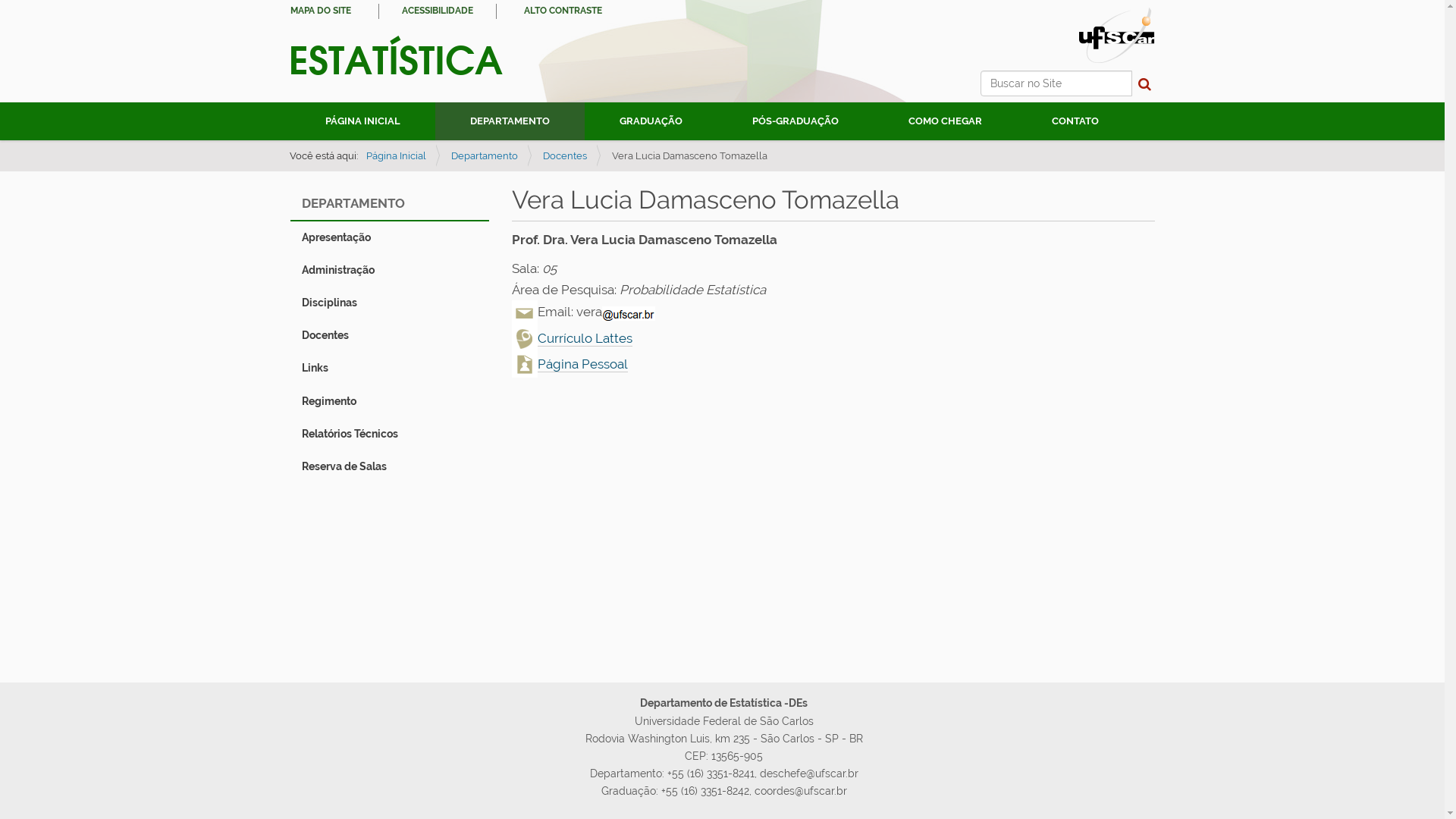  Describe the element at coordinates (319, 11) in the screenshot. I see `'MAPA DO SITE'` at that location.